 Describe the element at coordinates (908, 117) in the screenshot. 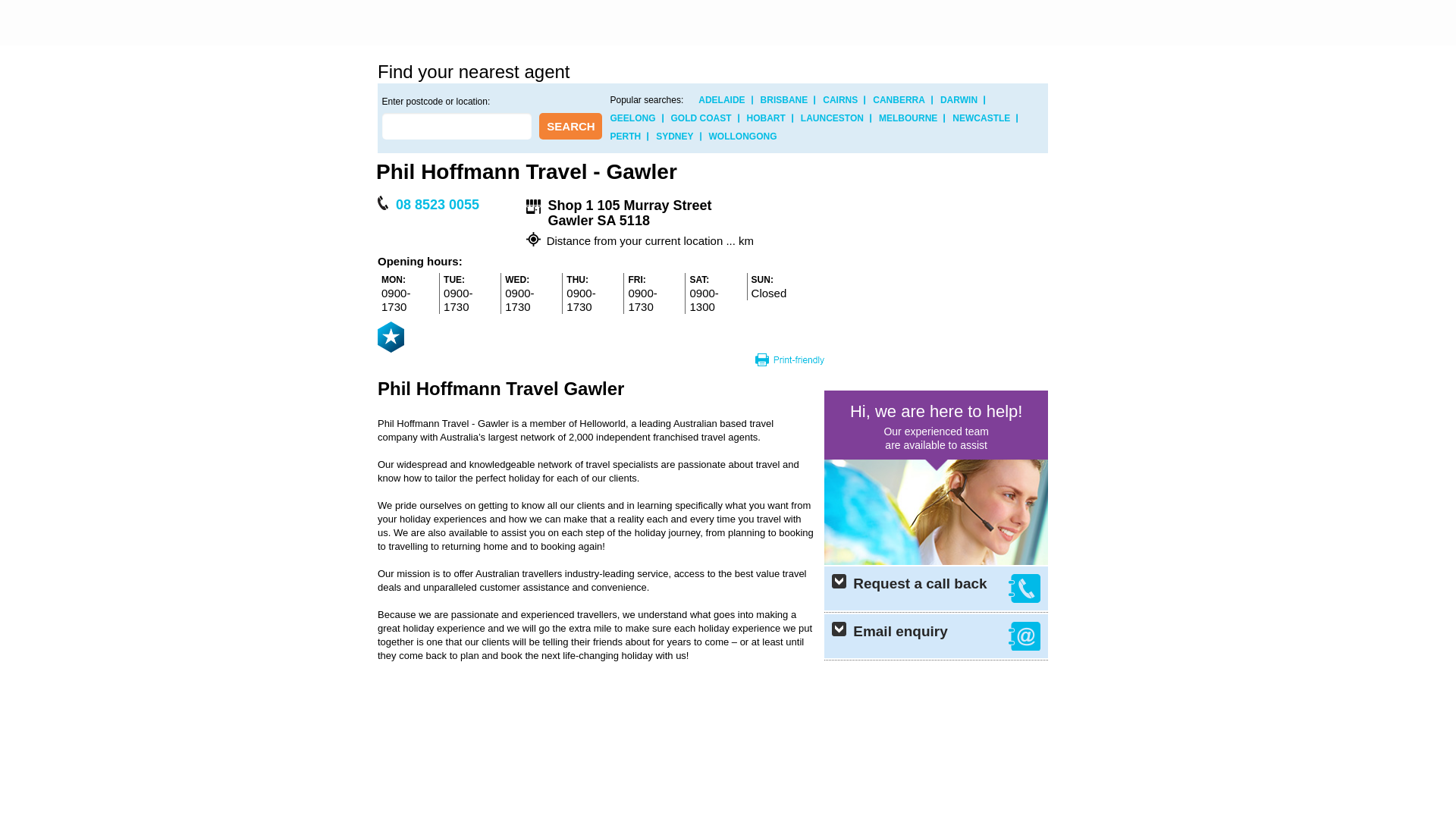

I see `'MELBOURNE'` at that location.